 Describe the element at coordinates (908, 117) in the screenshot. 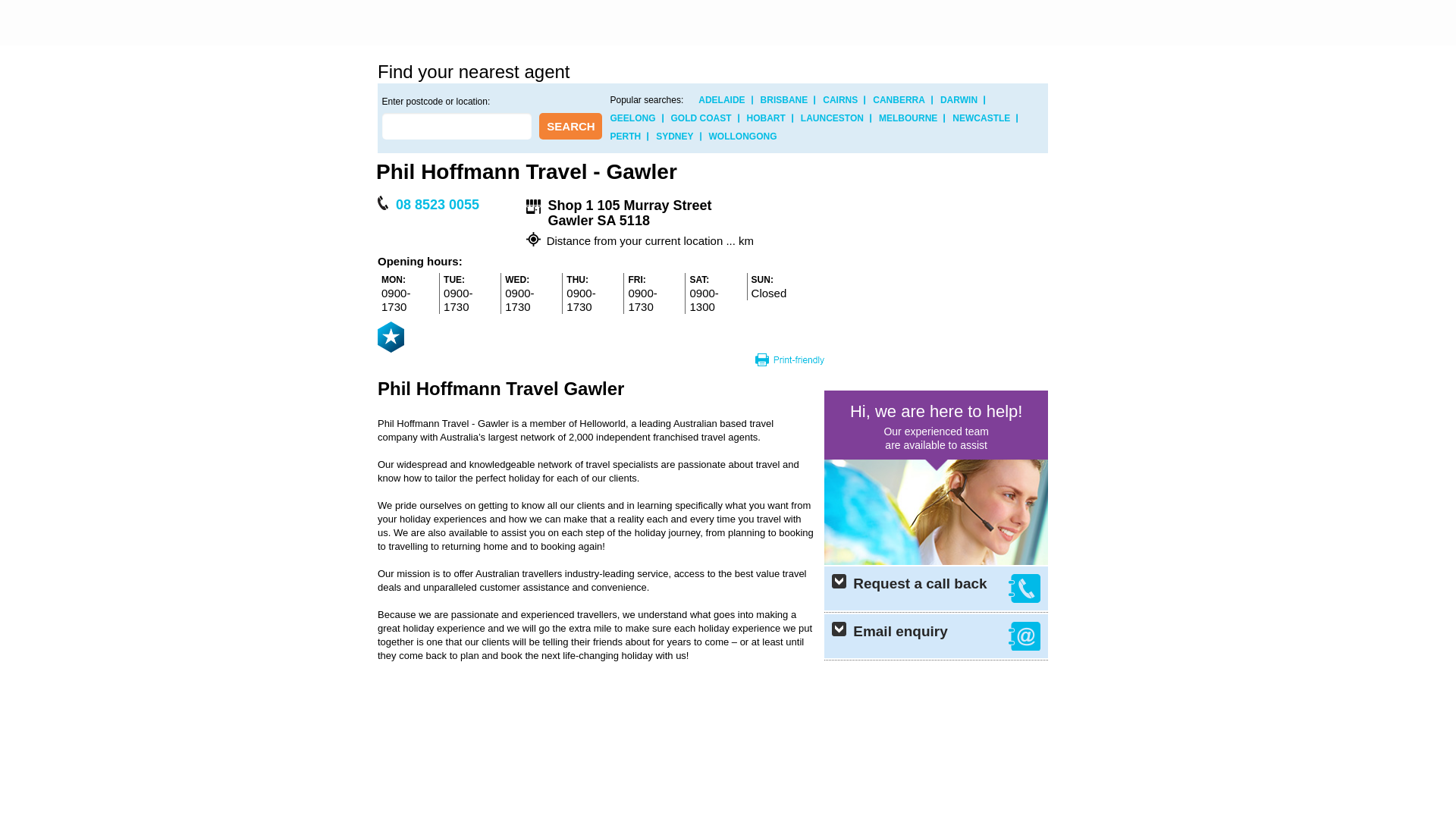

I see `'MELBOURNE'` at that location.